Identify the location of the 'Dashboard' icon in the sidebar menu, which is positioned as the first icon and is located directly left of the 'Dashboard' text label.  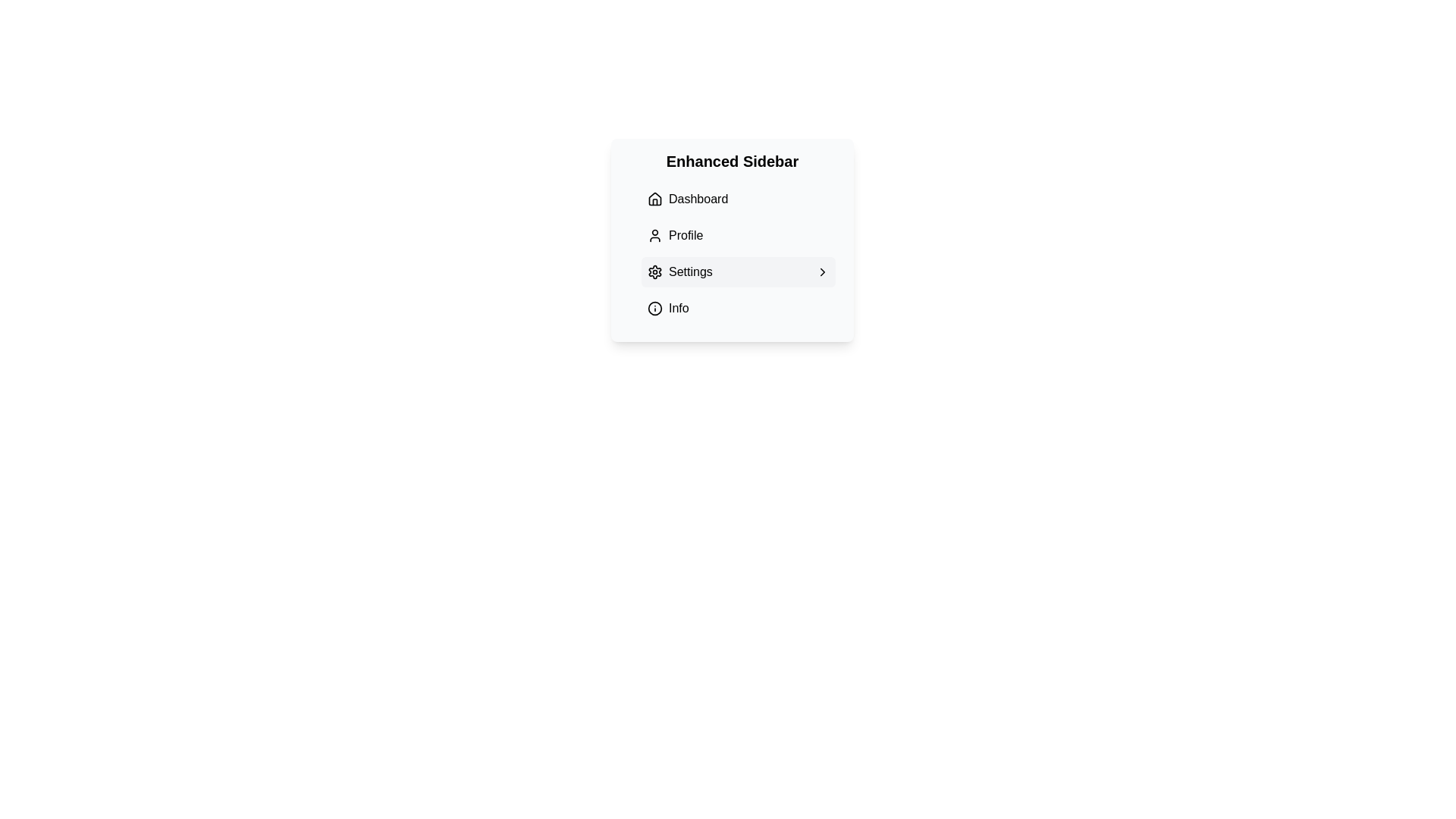
(655, 198).